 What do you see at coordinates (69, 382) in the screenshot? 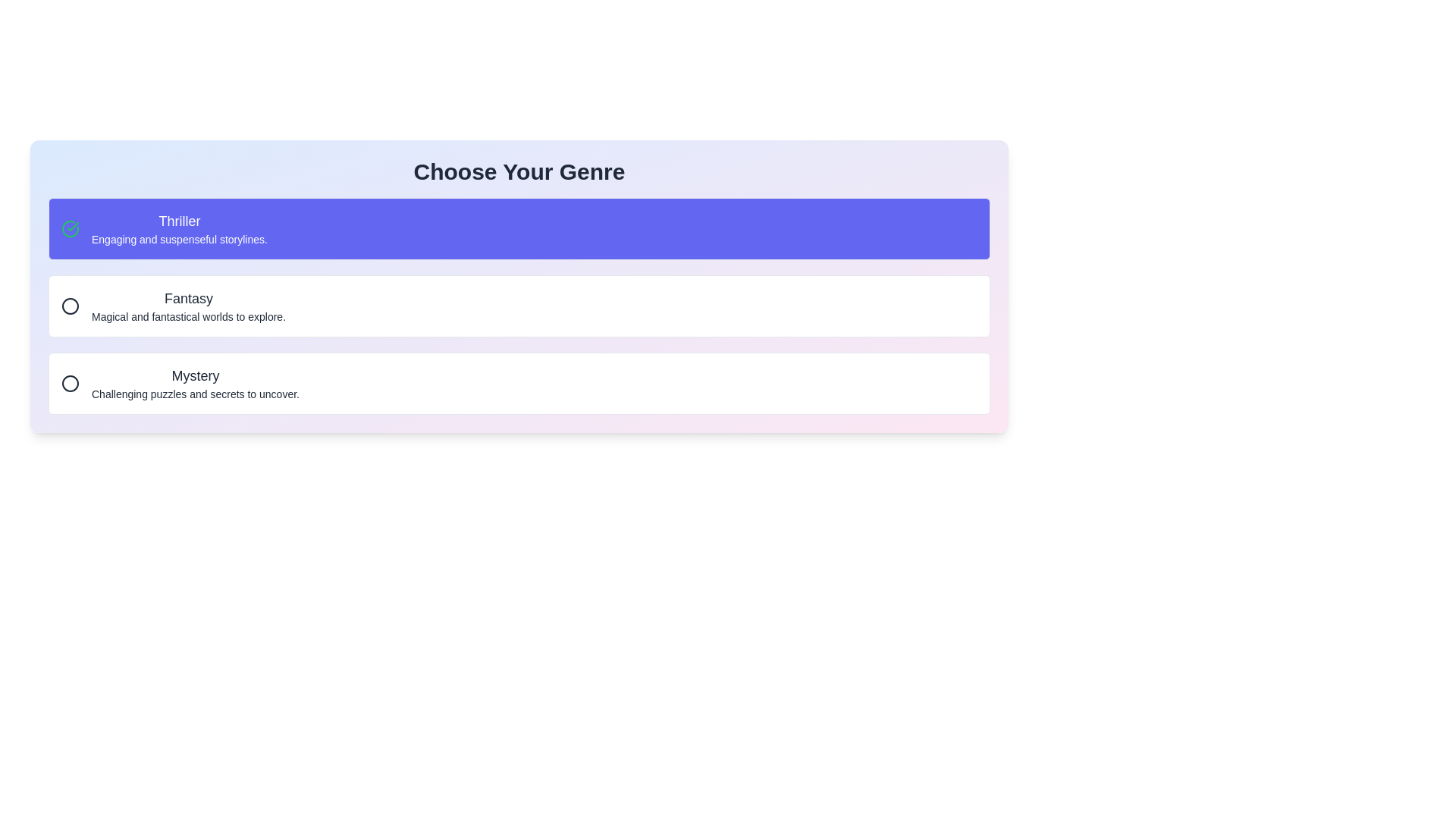
I see `the visual indicator icon located to the left of the text 'Mystery' in the 'Choose Your Genre' interface` at bounding box center [69, 382].